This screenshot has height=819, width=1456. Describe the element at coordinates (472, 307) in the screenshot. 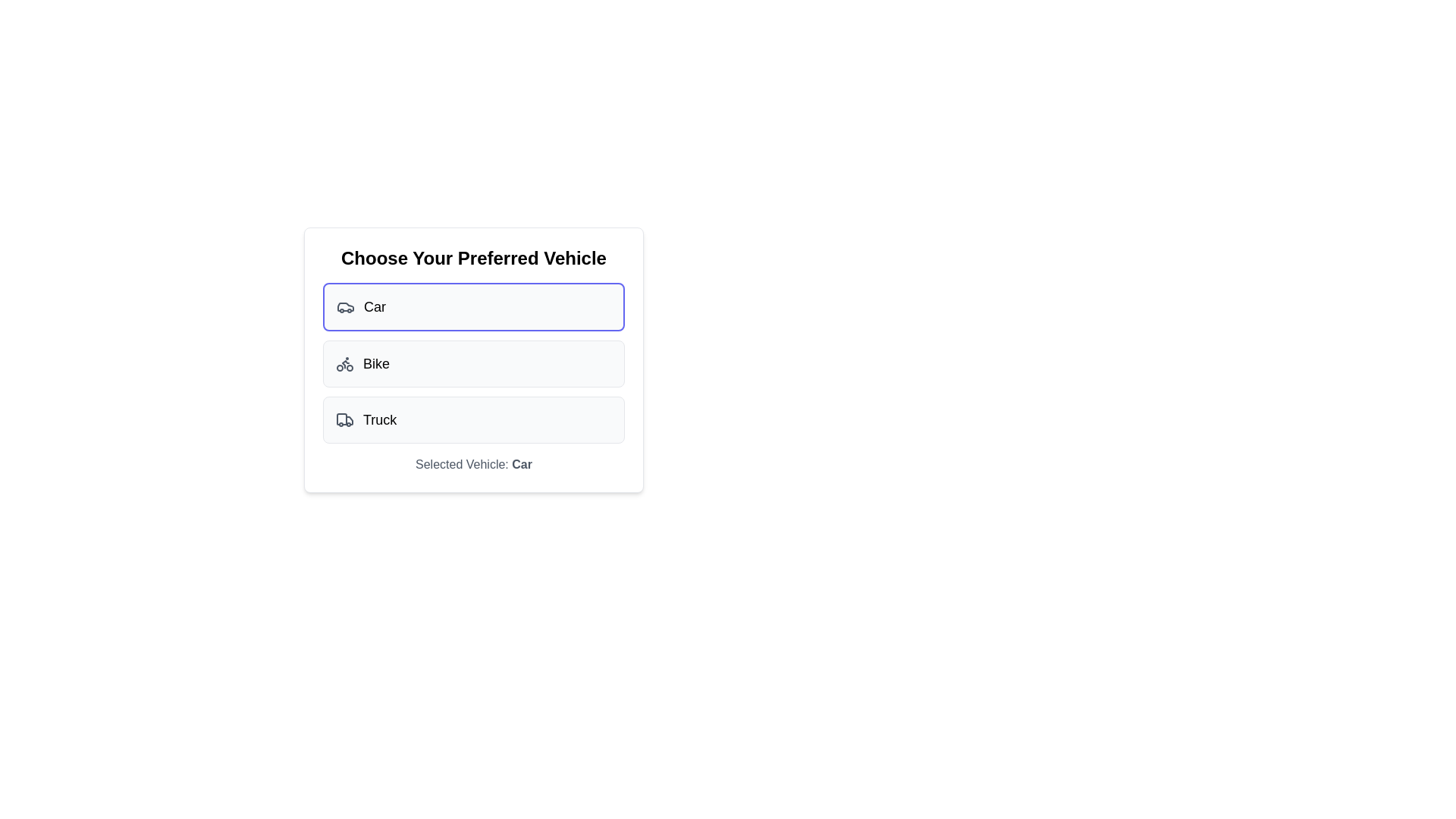

I see `on the first selectable list item labeled 'Car', which has a white background, rounded corners, and is bordered in indigo` at that location.